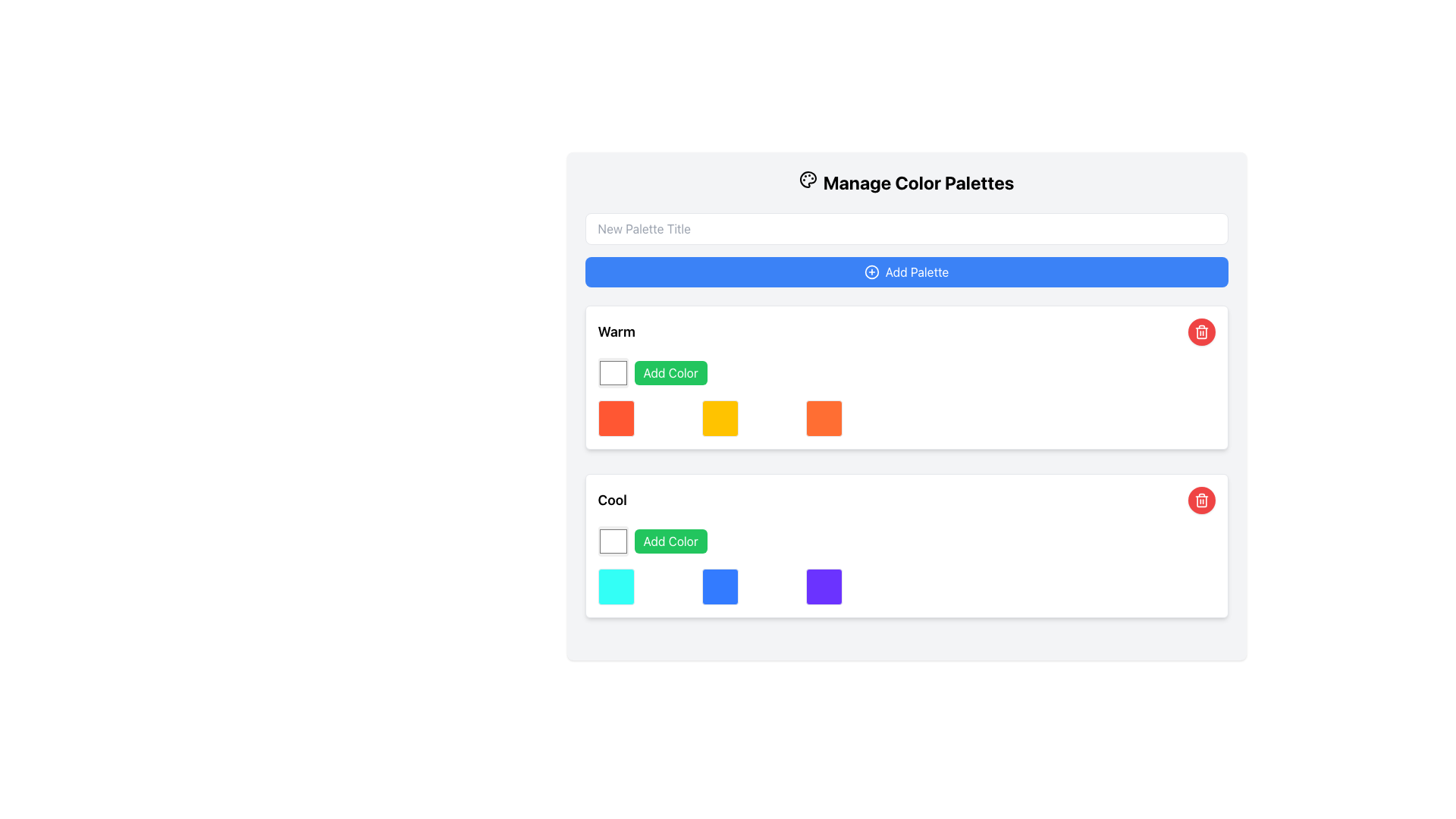 The height and width of the screenshot is (819, 1456). Describe the element at coordinates (871, 271) in the screenshot. I see `the decorative icon graphic element that represents the 'Add Palette' functionality, located centrally within the 'Add Palette' button` at that location.